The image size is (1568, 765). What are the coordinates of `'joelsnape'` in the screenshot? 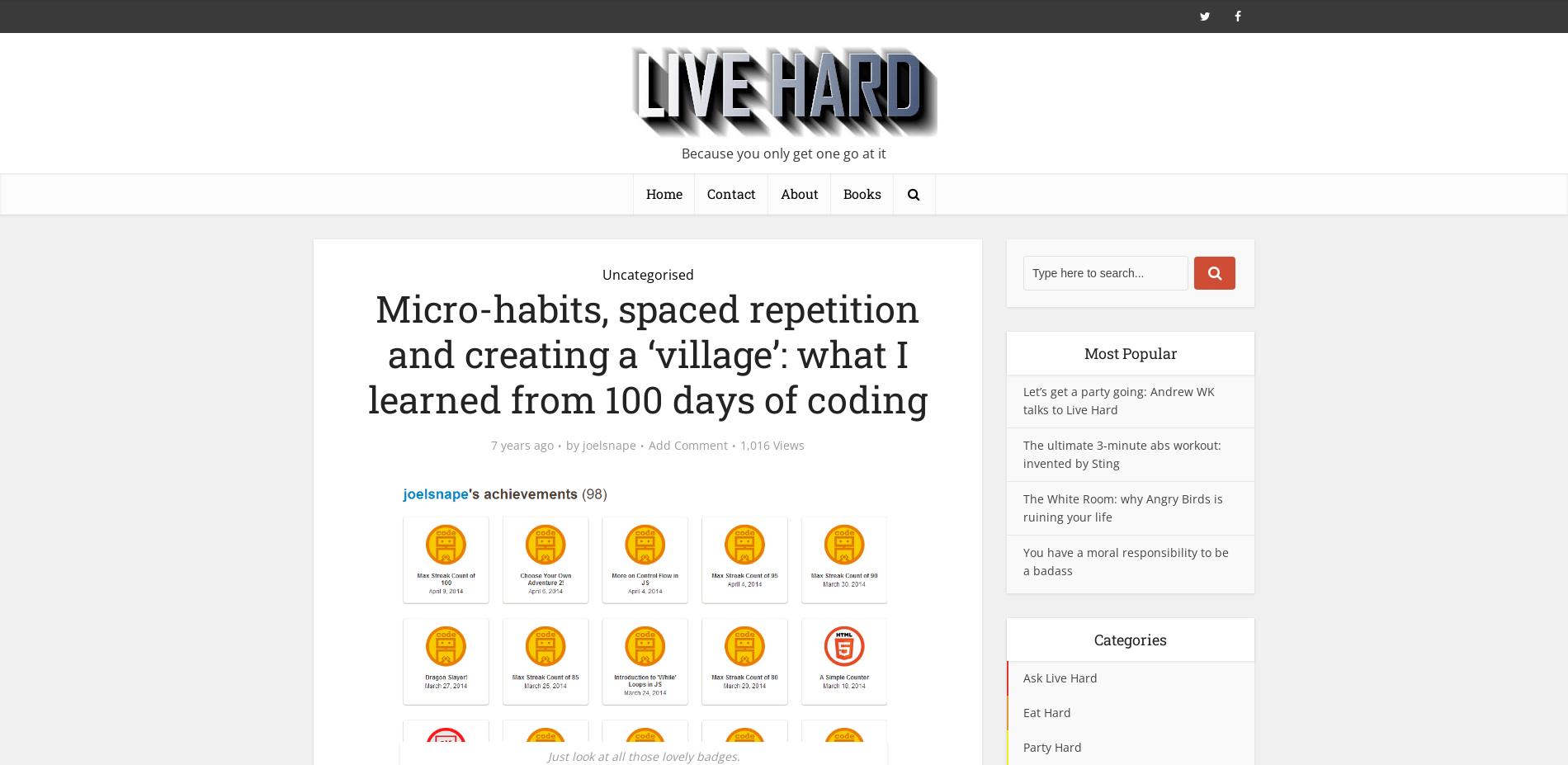 It's located at (608, 445).